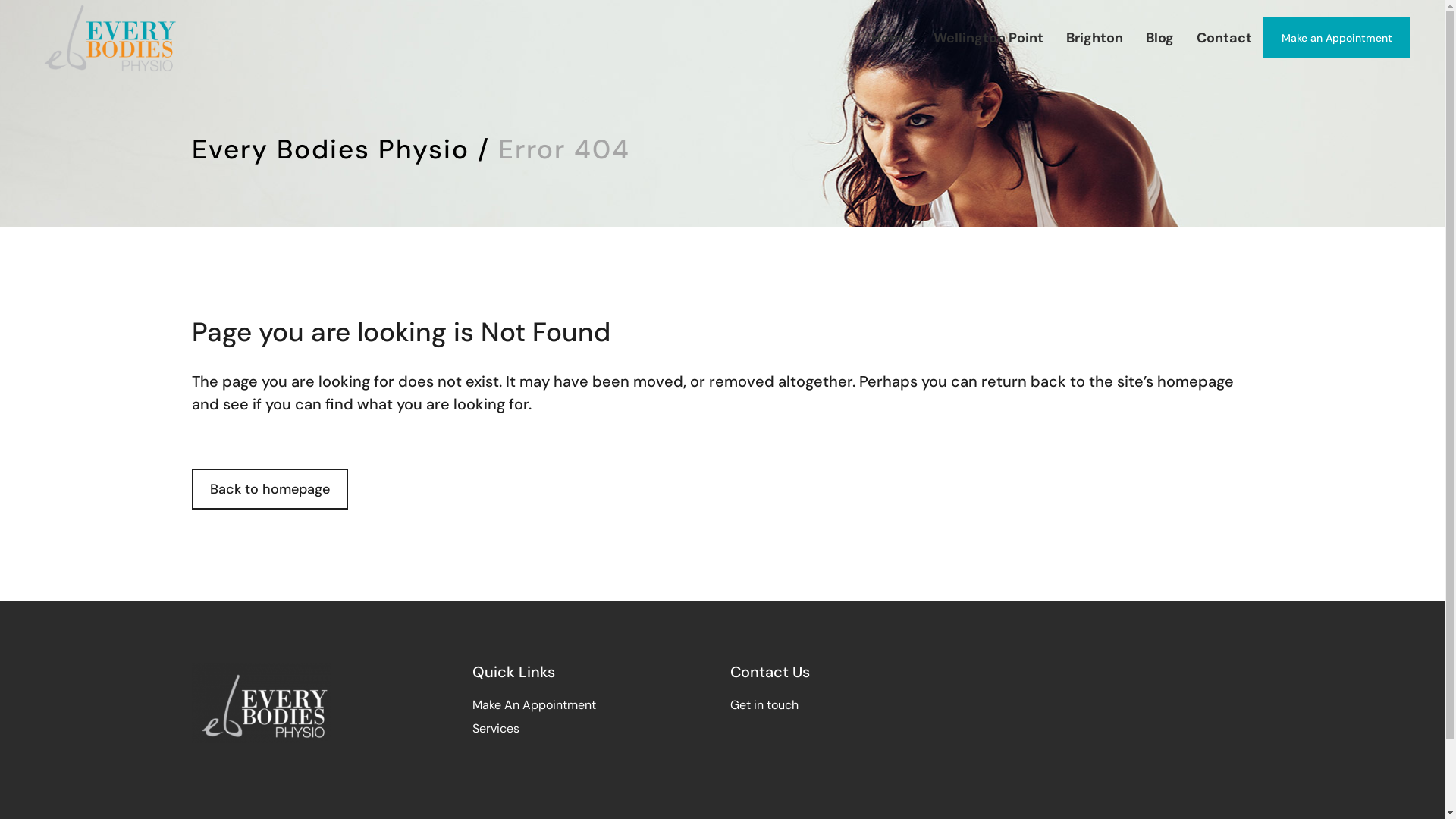  What do you see at coordinates (494, 727) in the screenshot?
I see `'Services'` at bounding box center [494, 727].